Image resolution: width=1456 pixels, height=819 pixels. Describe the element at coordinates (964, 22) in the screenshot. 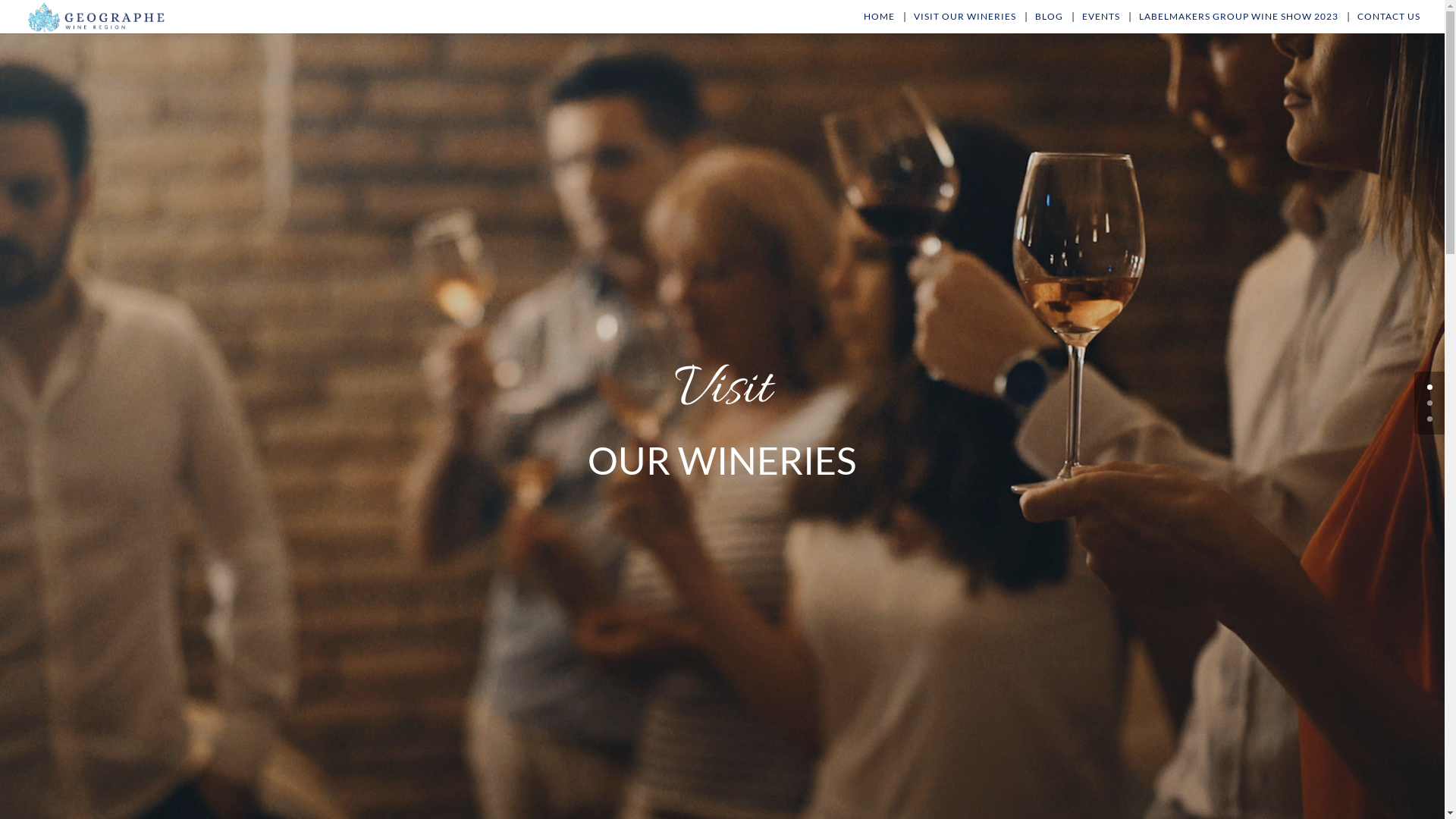

I see `'VISIT OUR WINERIES'` at that location.